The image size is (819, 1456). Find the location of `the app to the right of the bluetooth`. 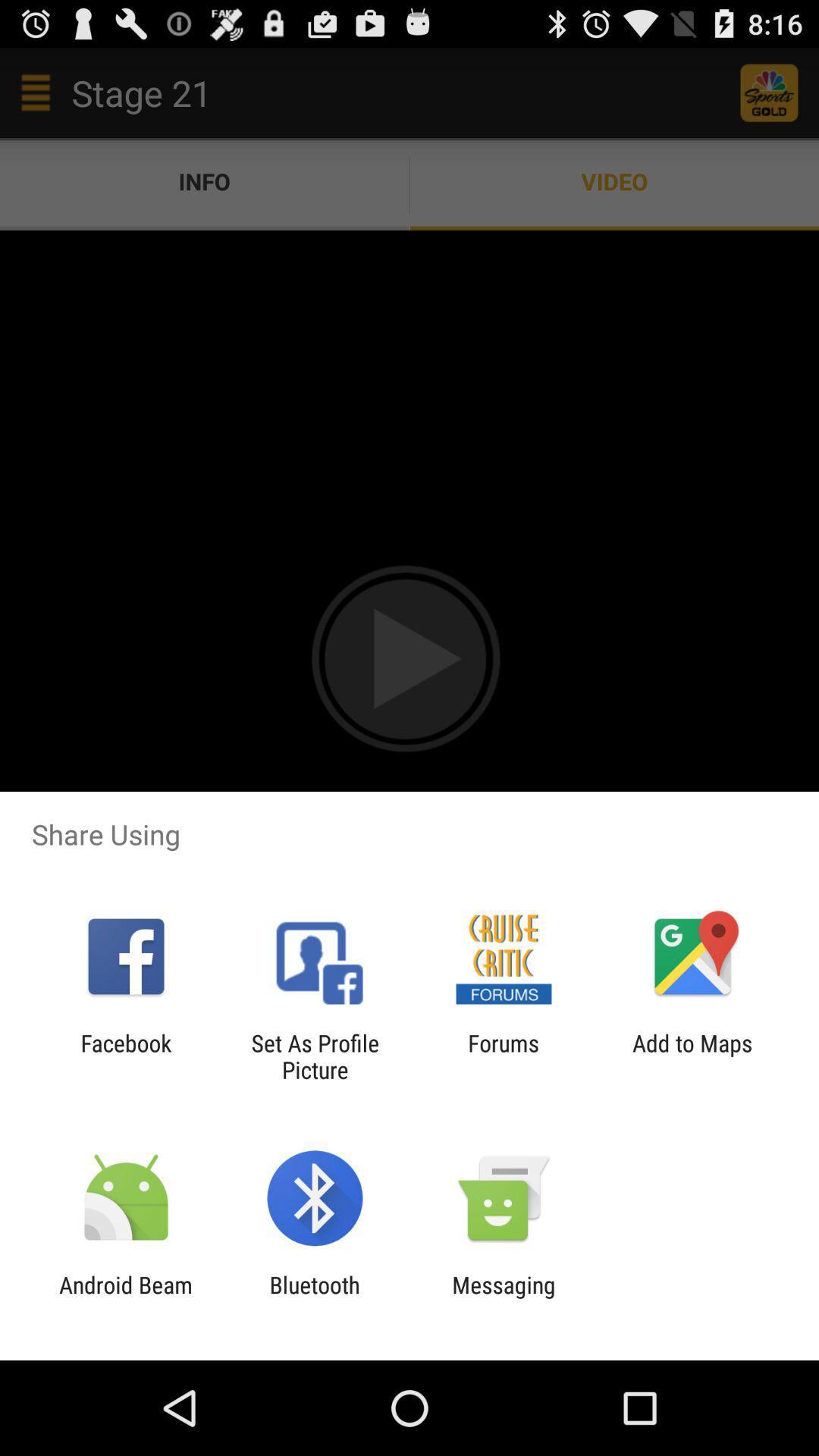

the app to the right of the bluetooth is located at coordinates (504, 1298).